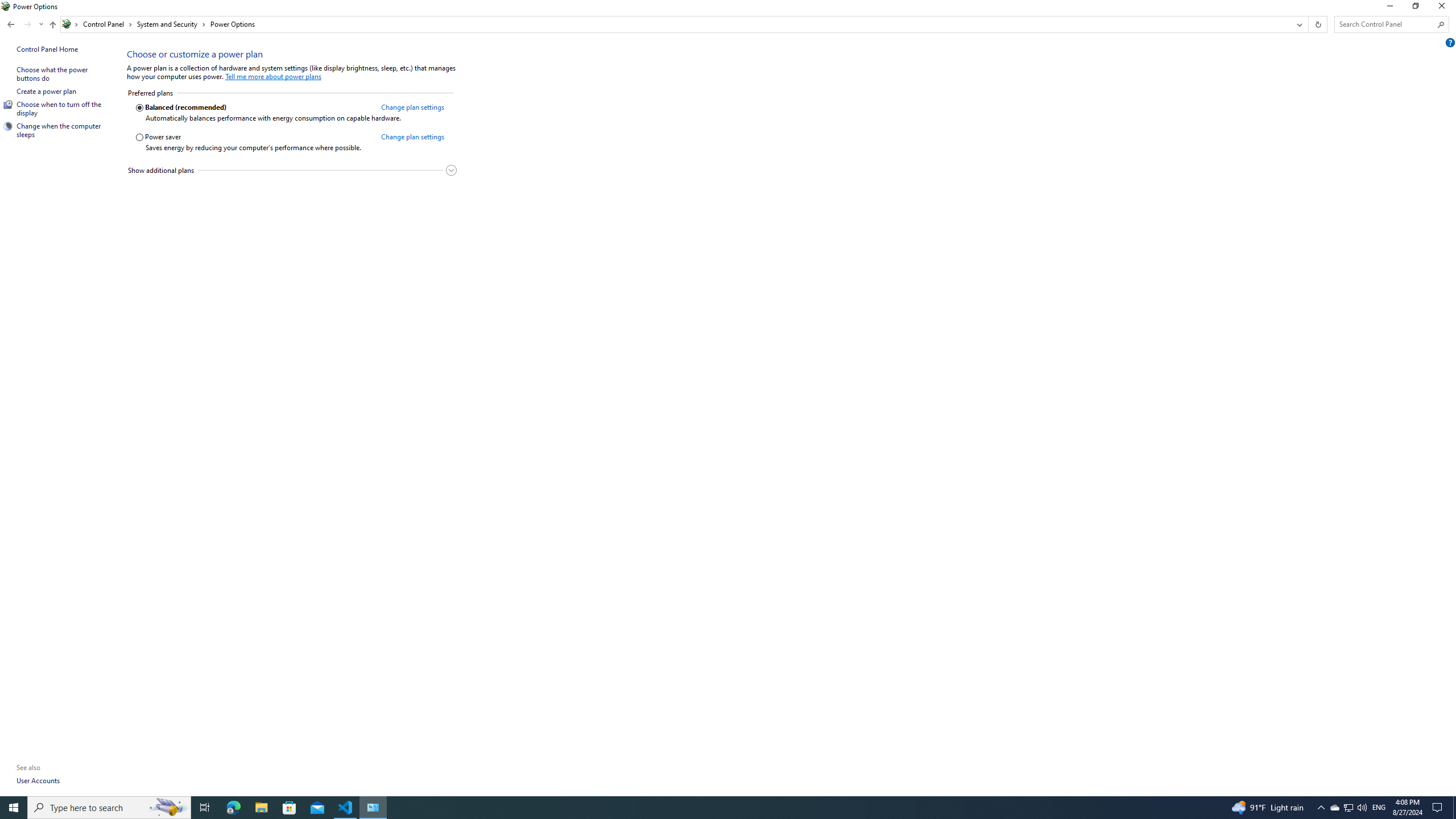 This screenshot has width=1456, height=819. I want to click on 'Change plan settings for the Balanced (recommended) plan', so click(412, 106).